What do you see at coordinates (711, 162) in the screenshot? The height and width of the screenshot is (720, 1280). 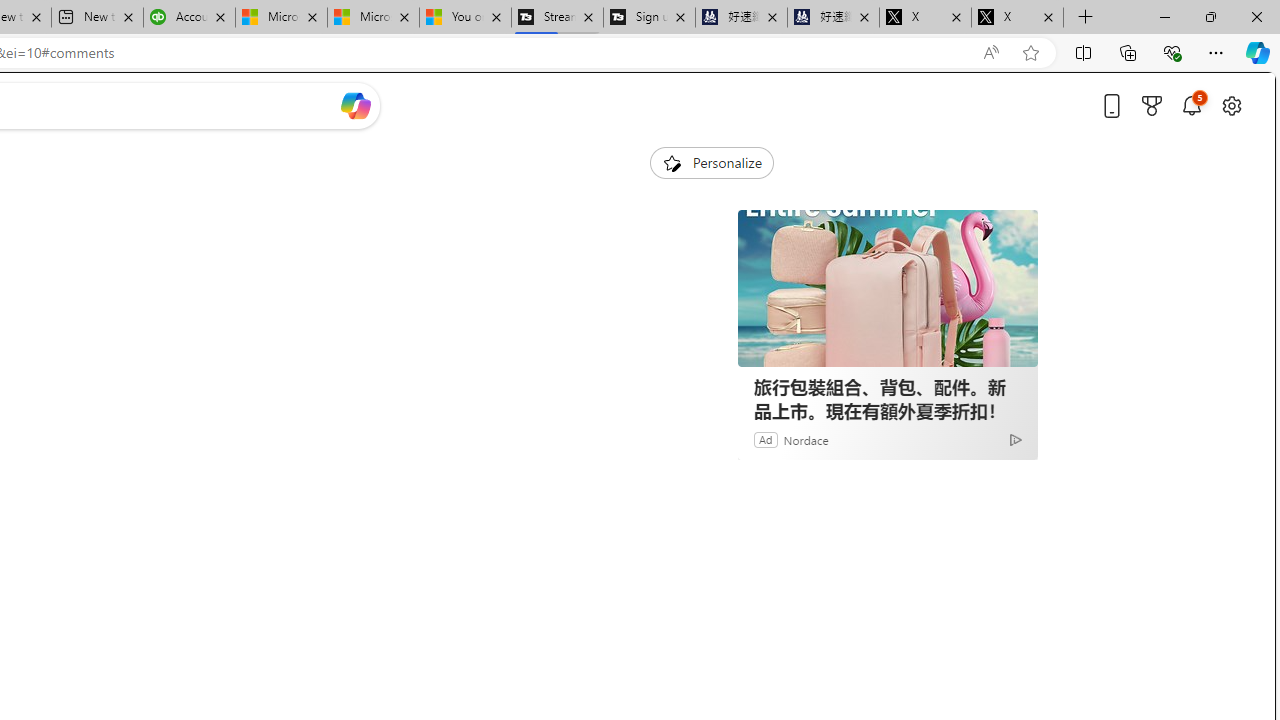 I see `'Personalize'` at bounding box center [711, 162].